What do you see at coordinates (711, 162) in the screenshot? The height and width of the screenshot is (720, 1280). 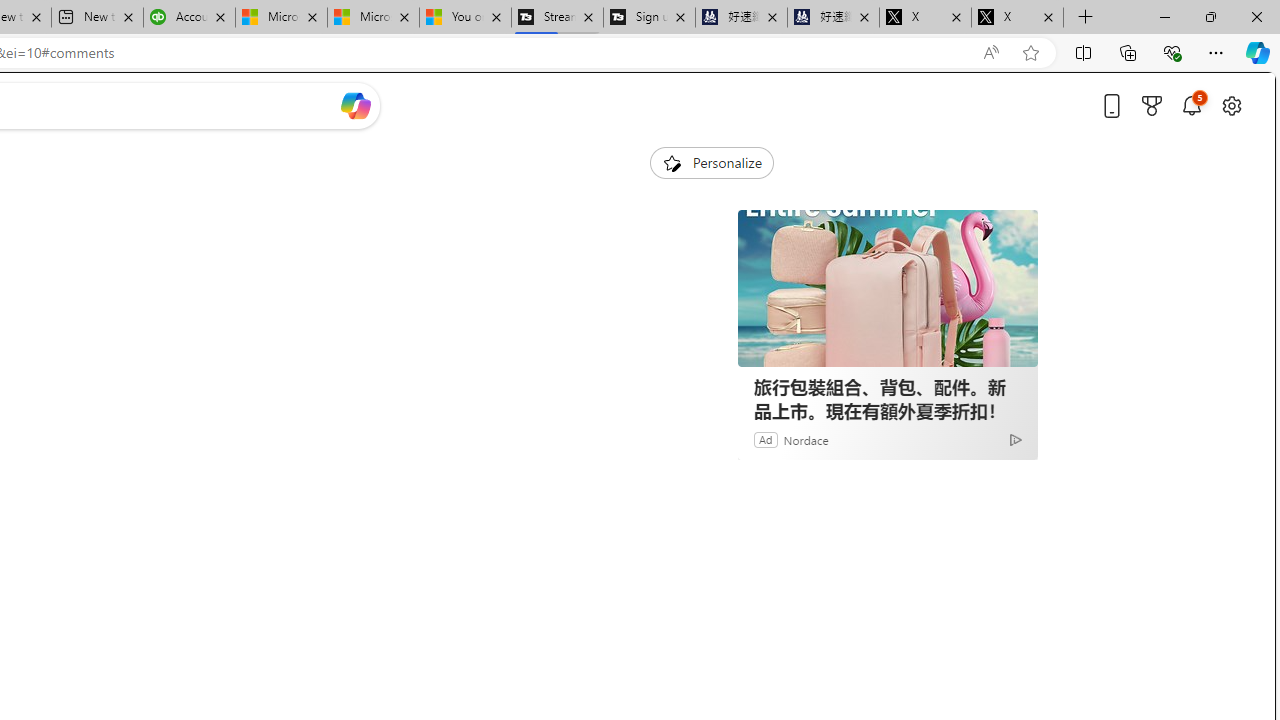 I see `'Personalize'` at bounding box center [711, 162].